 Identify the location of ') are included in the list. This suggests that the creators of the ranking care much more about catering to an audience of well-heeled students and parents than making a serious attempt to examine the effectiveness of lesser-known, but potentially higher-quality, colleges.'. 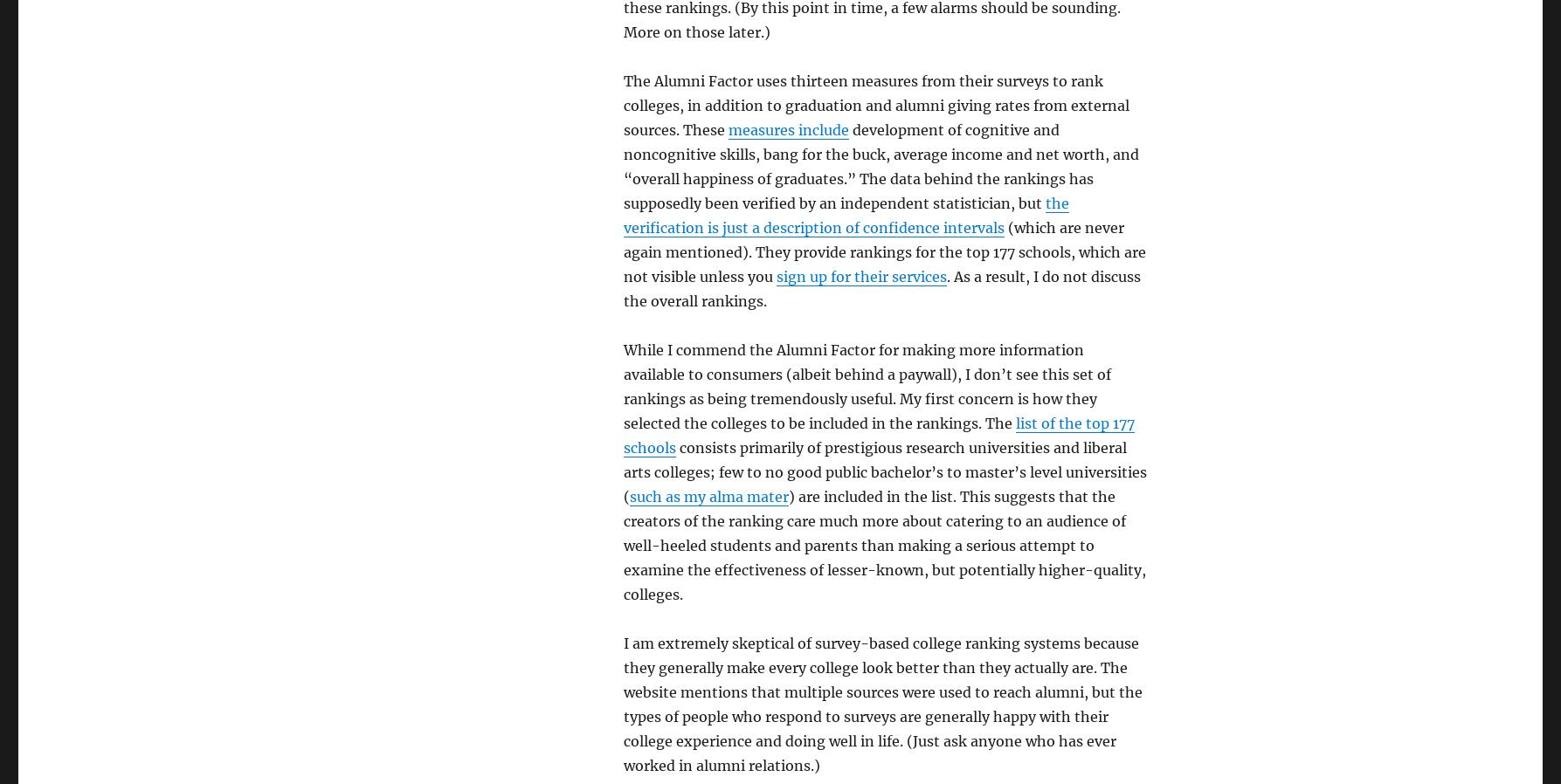
(882, 545).